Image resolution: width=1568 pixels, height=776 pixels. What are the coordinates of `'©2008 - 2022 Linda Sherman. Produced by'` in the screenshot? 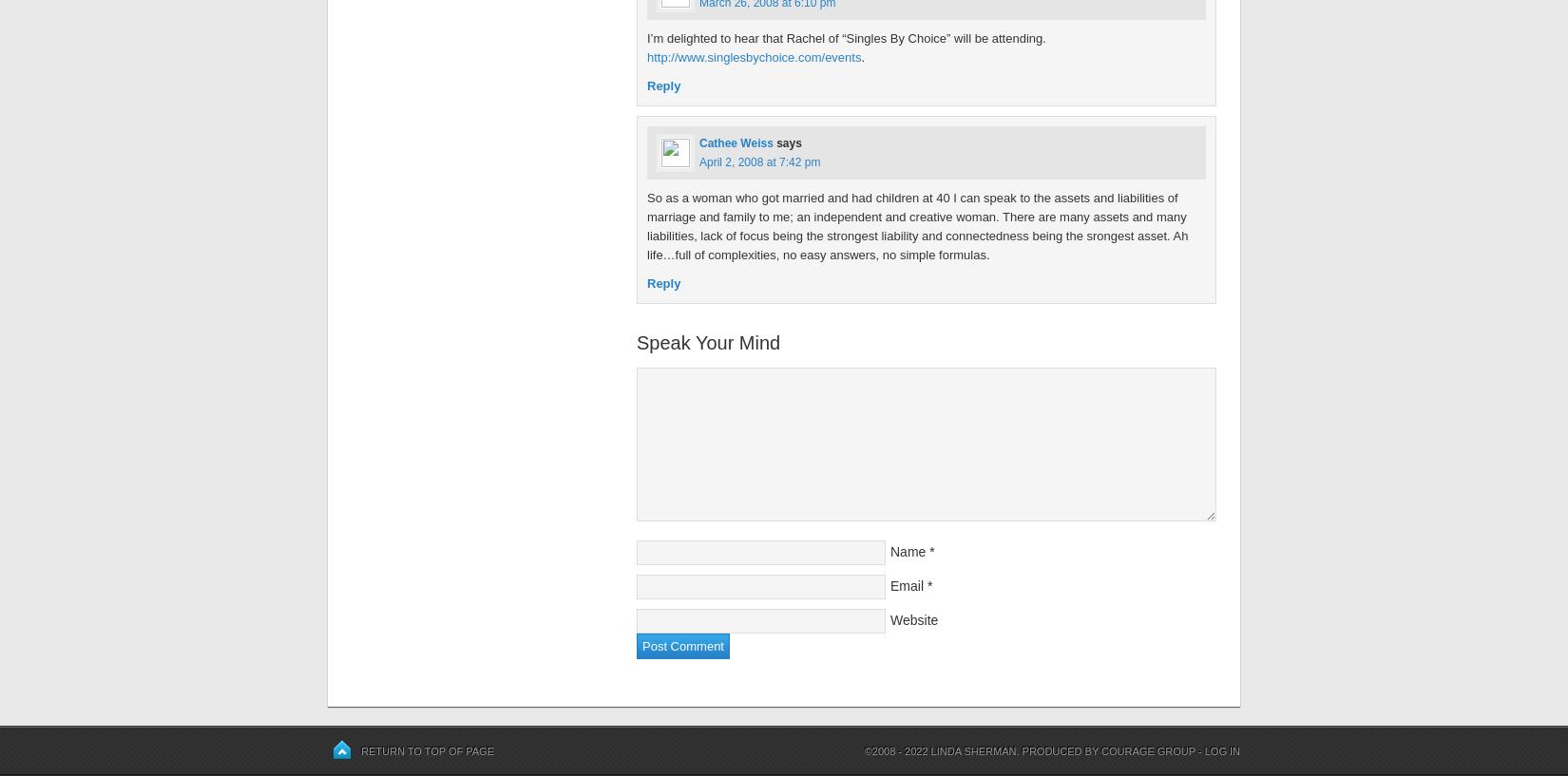 It's located at (983, 751).